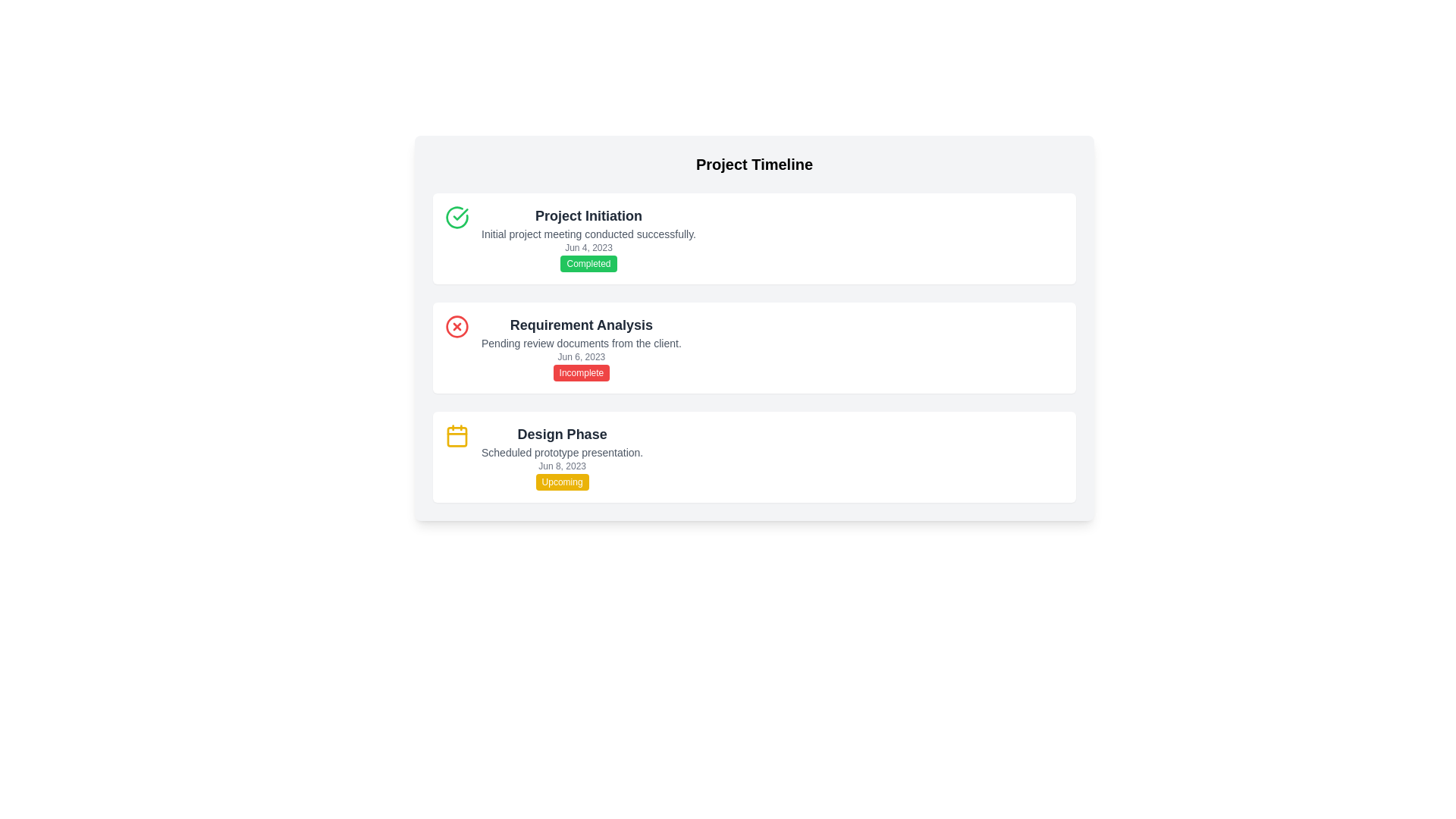 The image size is (1456, 819). I want to click on the 'Design Phase' timeline entry badge, so click(754, 456).